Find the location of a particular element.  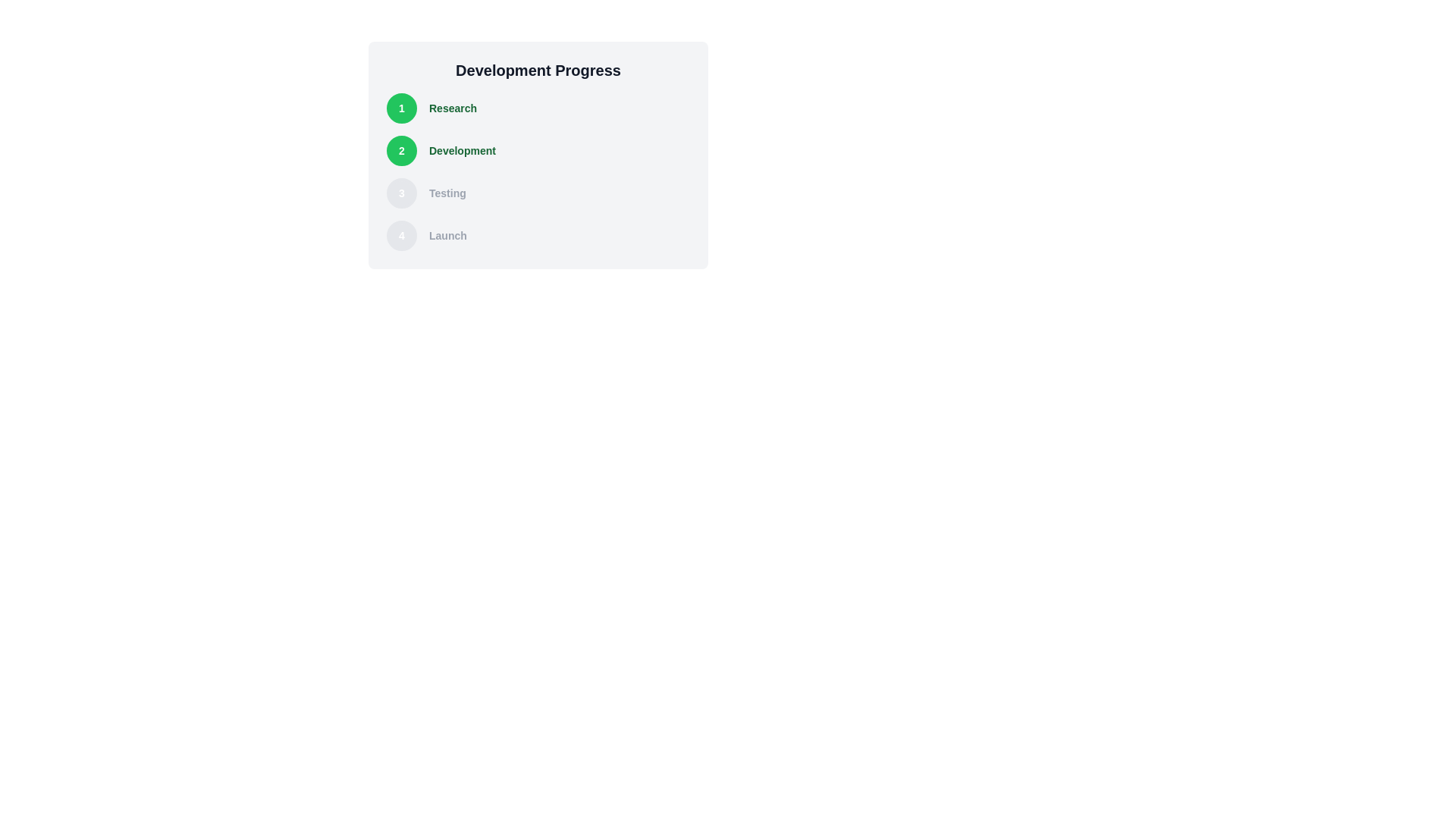

the fourth item of the vertically arranged progress step indicator is located at coordinates (538, 236).